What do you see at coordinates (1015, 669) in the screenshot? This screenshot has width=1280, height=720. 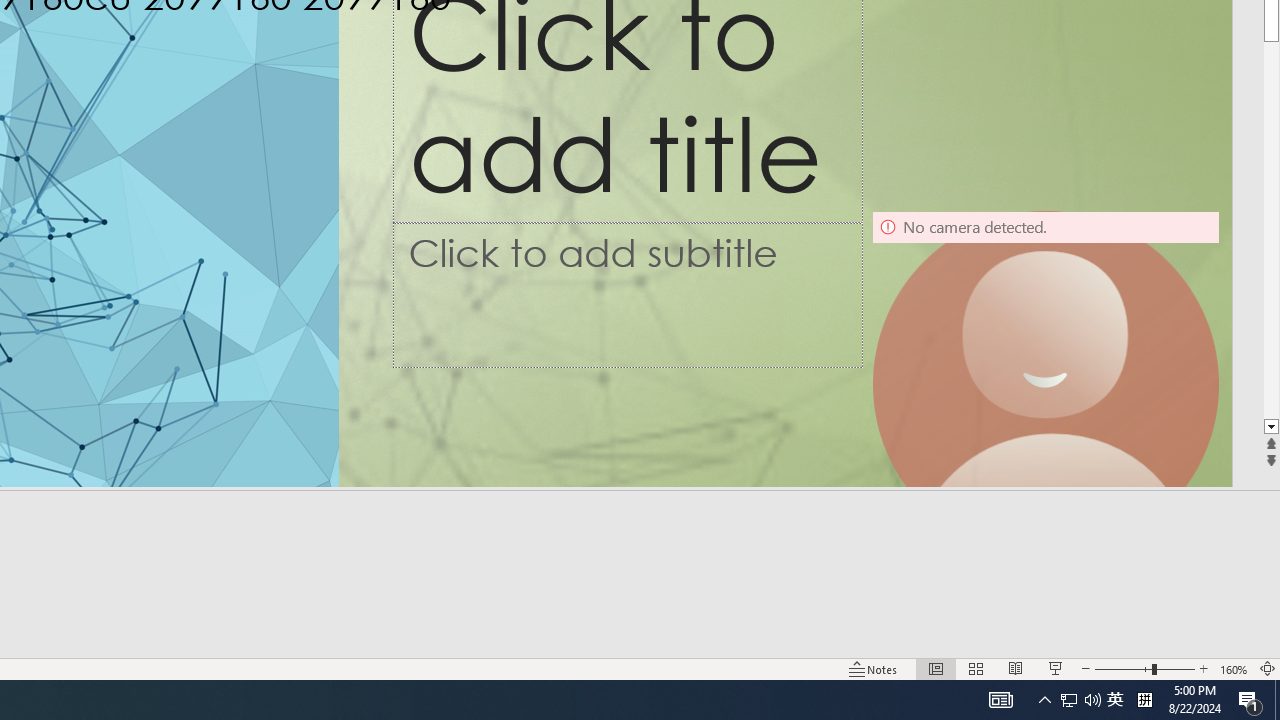 I see `'Reading View'` at bounding box center [1015, 669].